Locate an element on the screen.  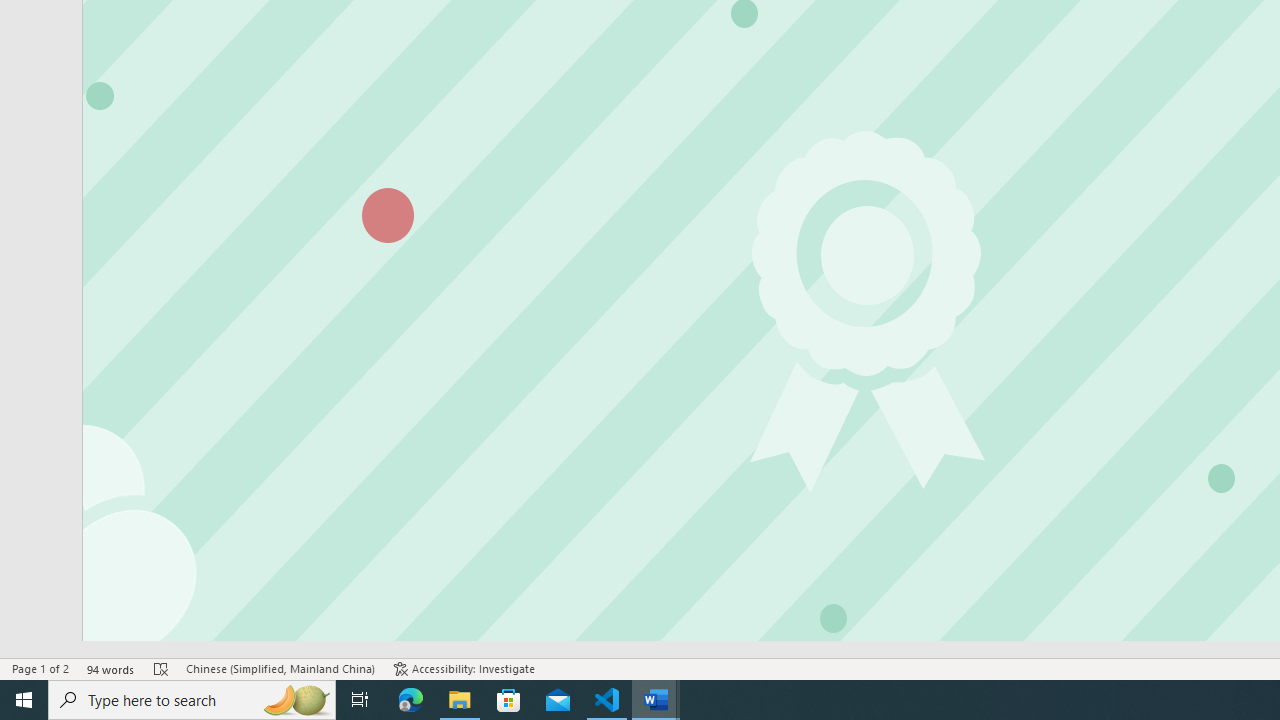
'Language Chinese (Simplified, Mainland China)' is located at coordinates (279, 669).